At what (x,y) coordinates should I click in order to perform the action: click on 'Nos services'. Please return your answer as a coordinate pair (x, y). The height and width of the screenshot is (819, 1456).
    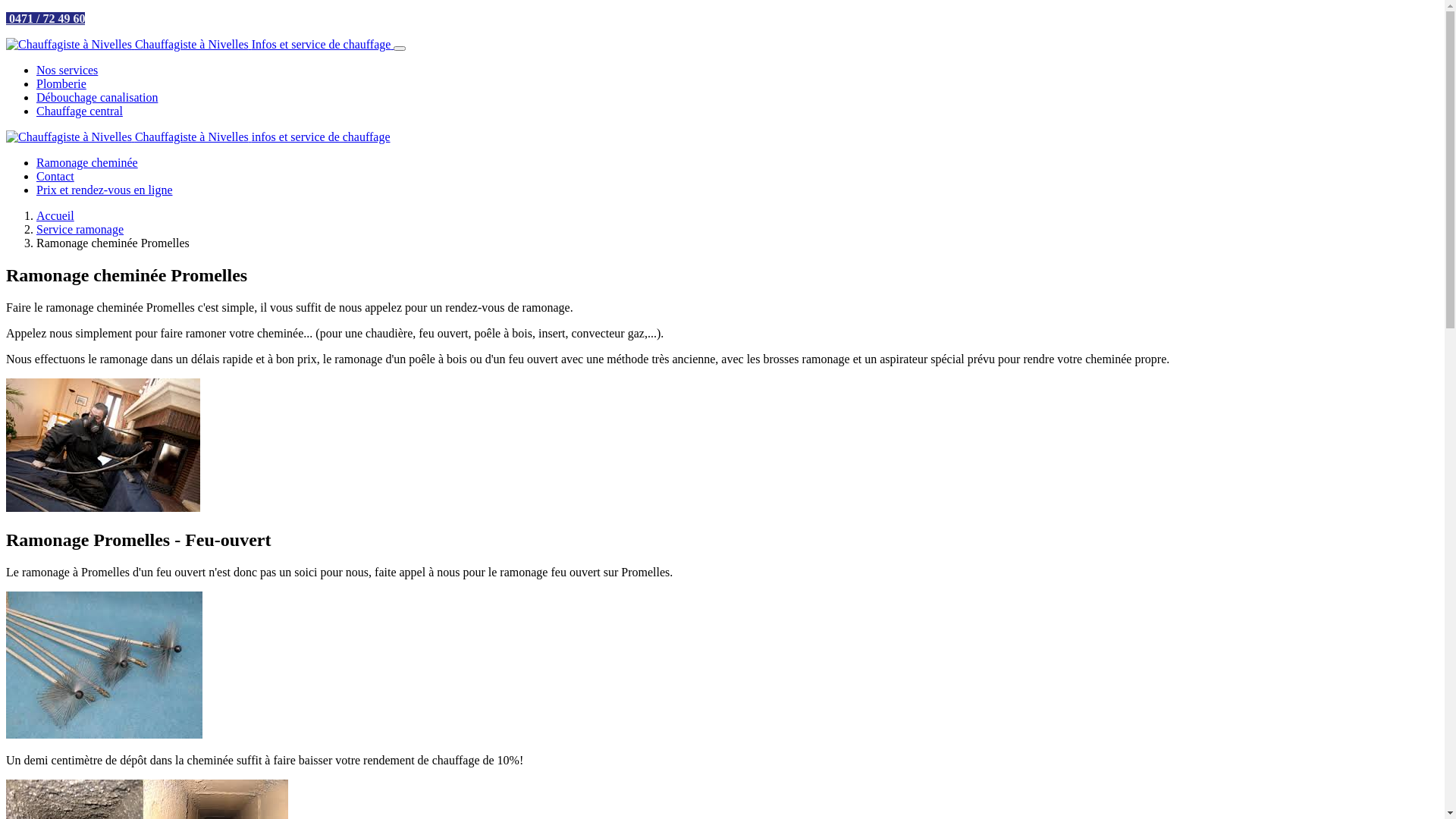
    Looking at the image, I should click on (66, 70).